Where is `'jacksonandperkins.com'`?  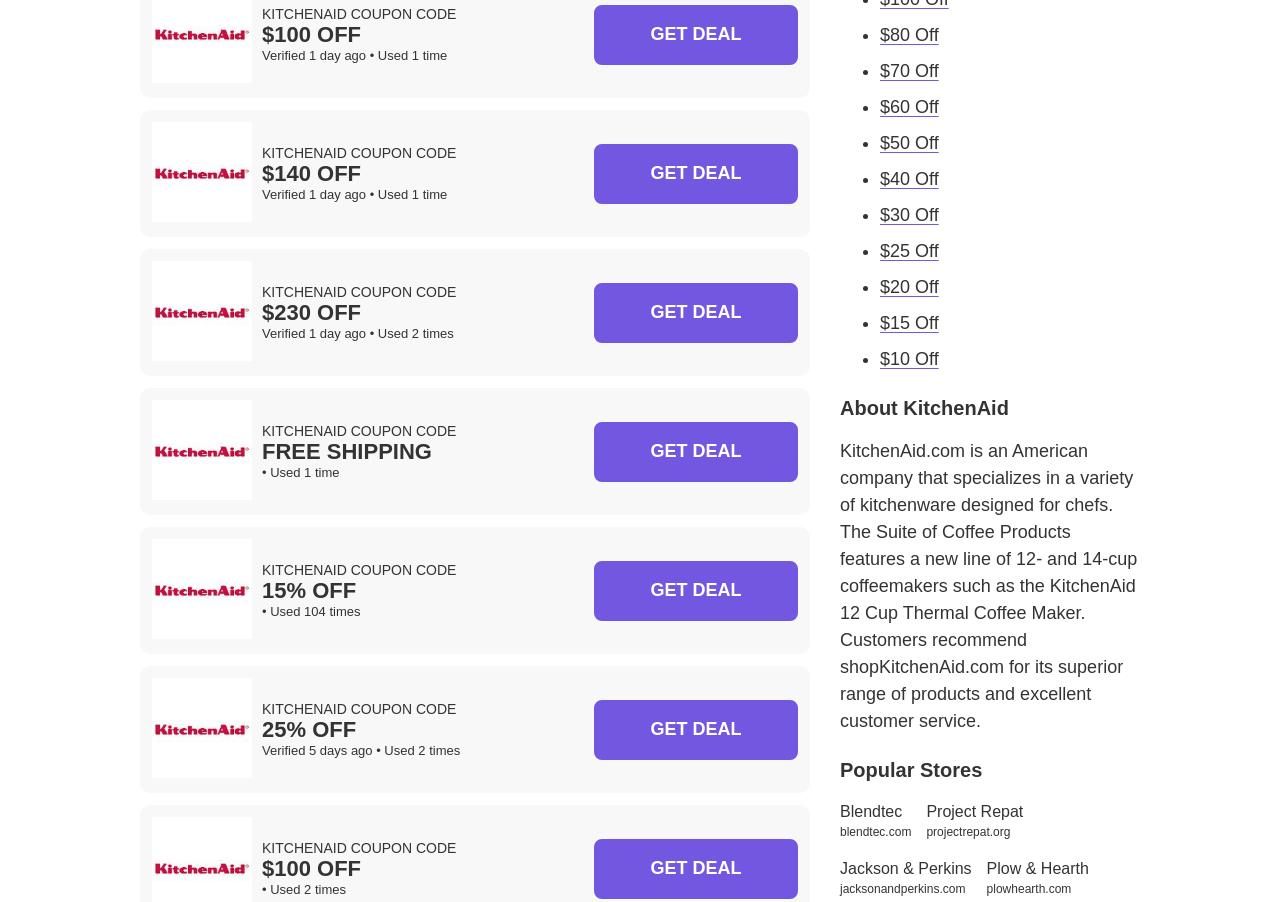 'jacksonandperkins.com' is located at coordinates (901, 888).